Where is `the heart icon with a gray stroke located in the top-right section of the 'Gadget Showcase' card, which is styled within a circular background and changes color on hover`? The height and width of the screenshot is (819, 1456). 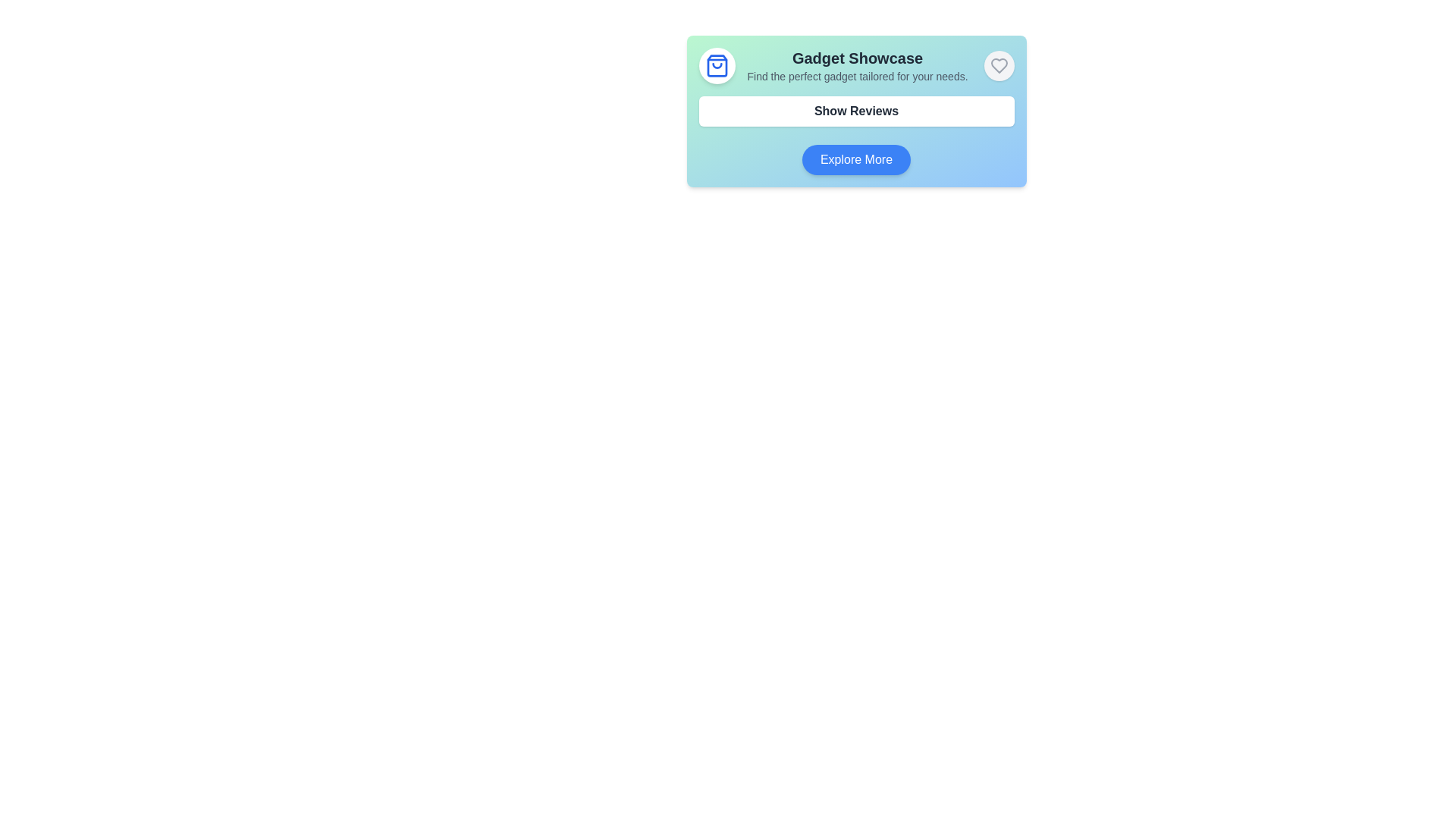
the heart icon with a gray stroke located in the top-right section of the 'Gadget Showcase' card, which is styled within a circular background and changes color on hover is located at coordinates (999, 65).